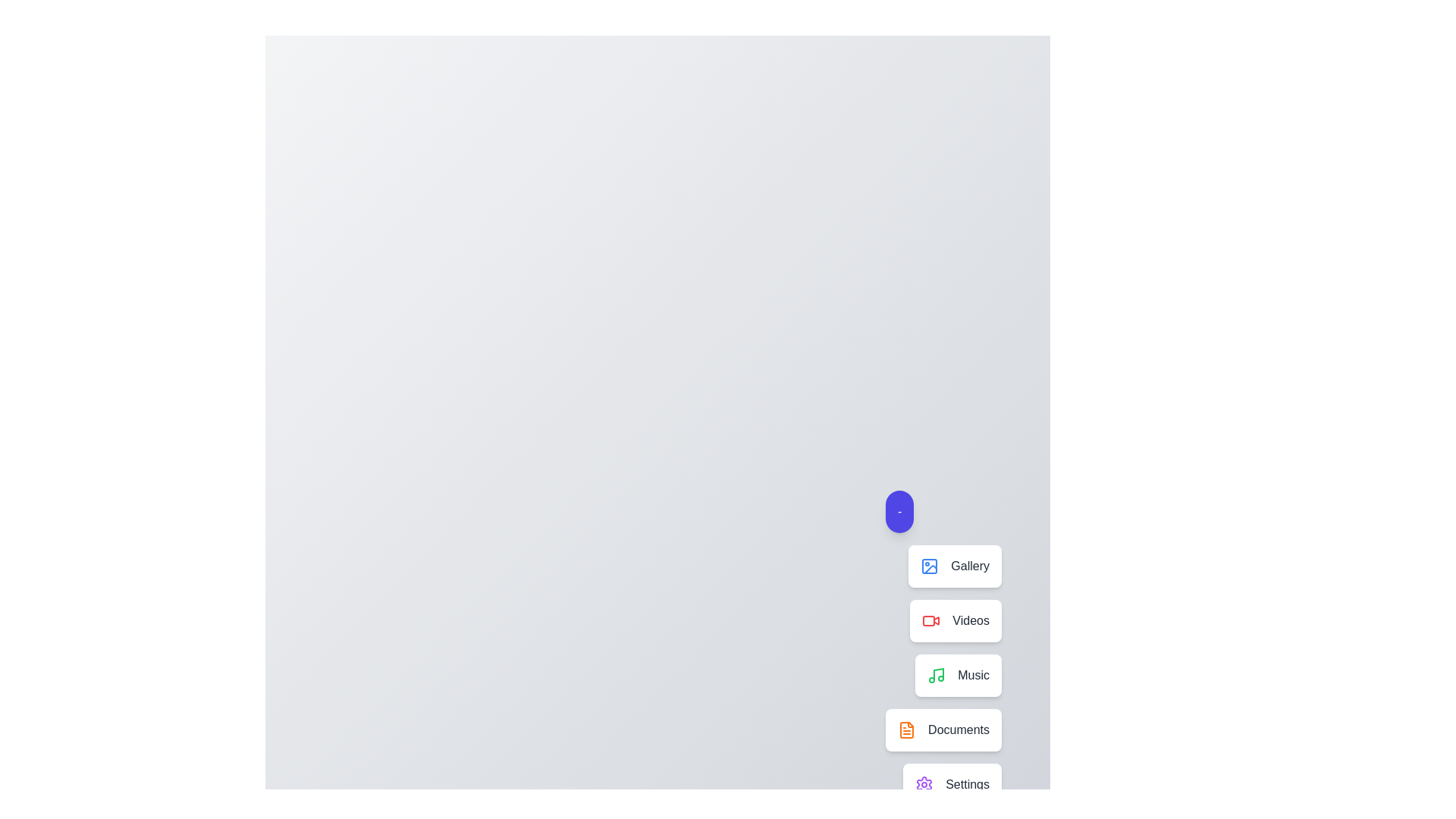 The height and width of the screenshot is (819, 1456). I want to click on the menu item labeled 'Videos' to observe its hover animation, so click(955, 620).